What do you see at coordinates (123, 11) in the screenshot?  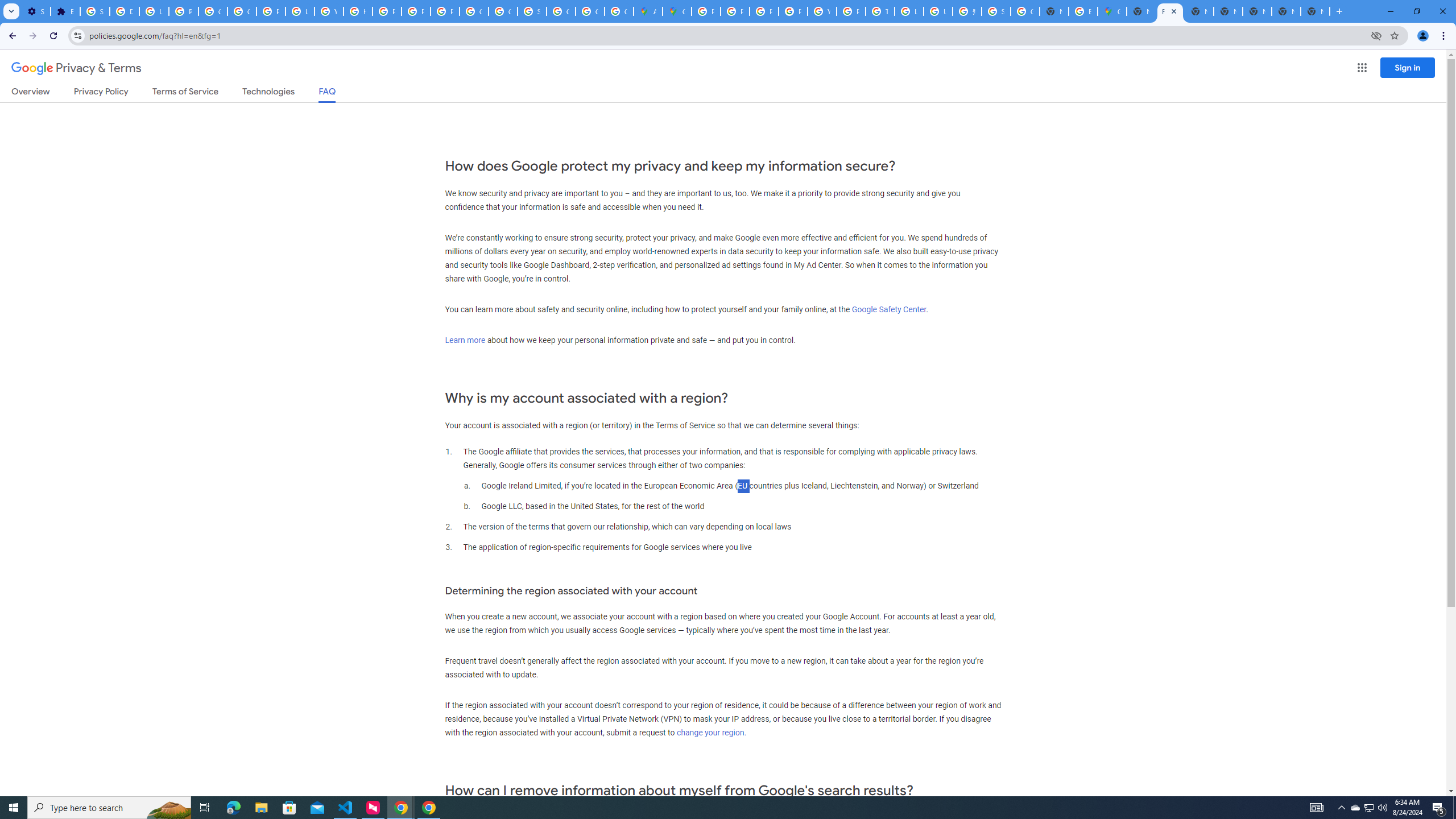 I see `'Delete photos & videos - Computer - Google Photos Help'` at bounding box center [123, 11].